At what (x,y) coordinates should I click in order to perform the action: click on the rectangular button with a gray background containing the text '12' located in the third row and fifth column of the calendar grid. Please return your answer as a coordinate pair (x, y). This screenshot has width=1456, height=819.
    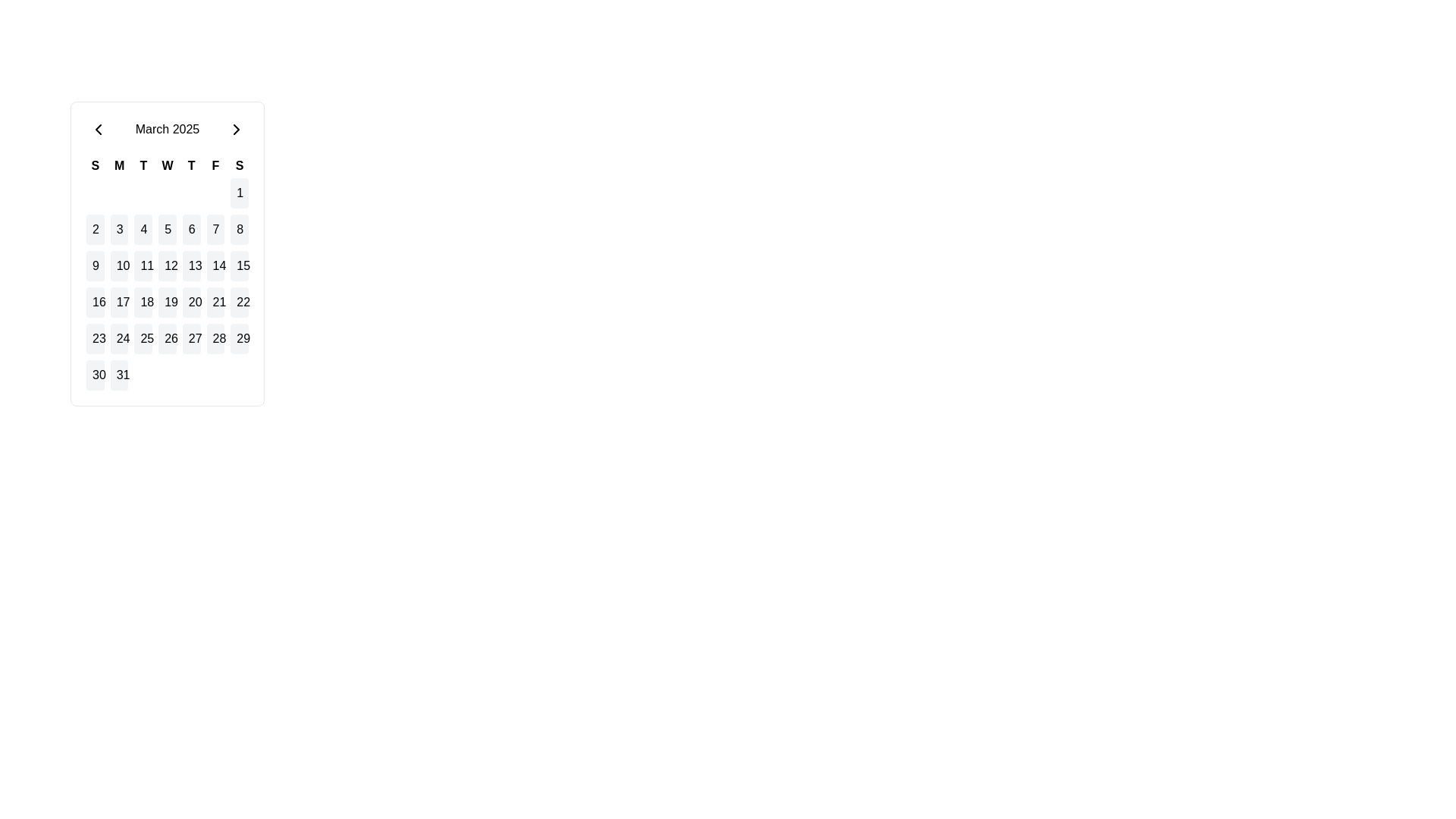
    Looking at the image, I should click on (167, 265).